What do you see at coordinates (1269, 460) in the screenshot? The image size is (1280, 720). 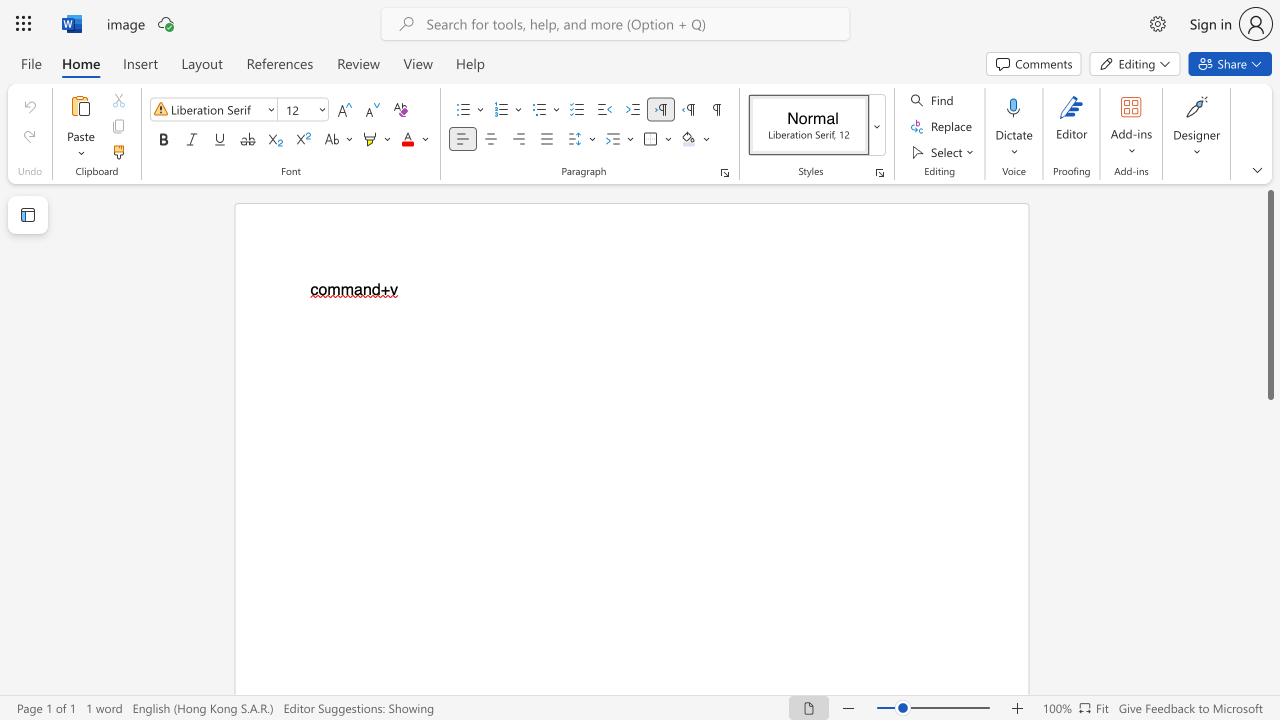 I see `the vertical scrollbar to lower the page content` at bounding box center [1269, 460].